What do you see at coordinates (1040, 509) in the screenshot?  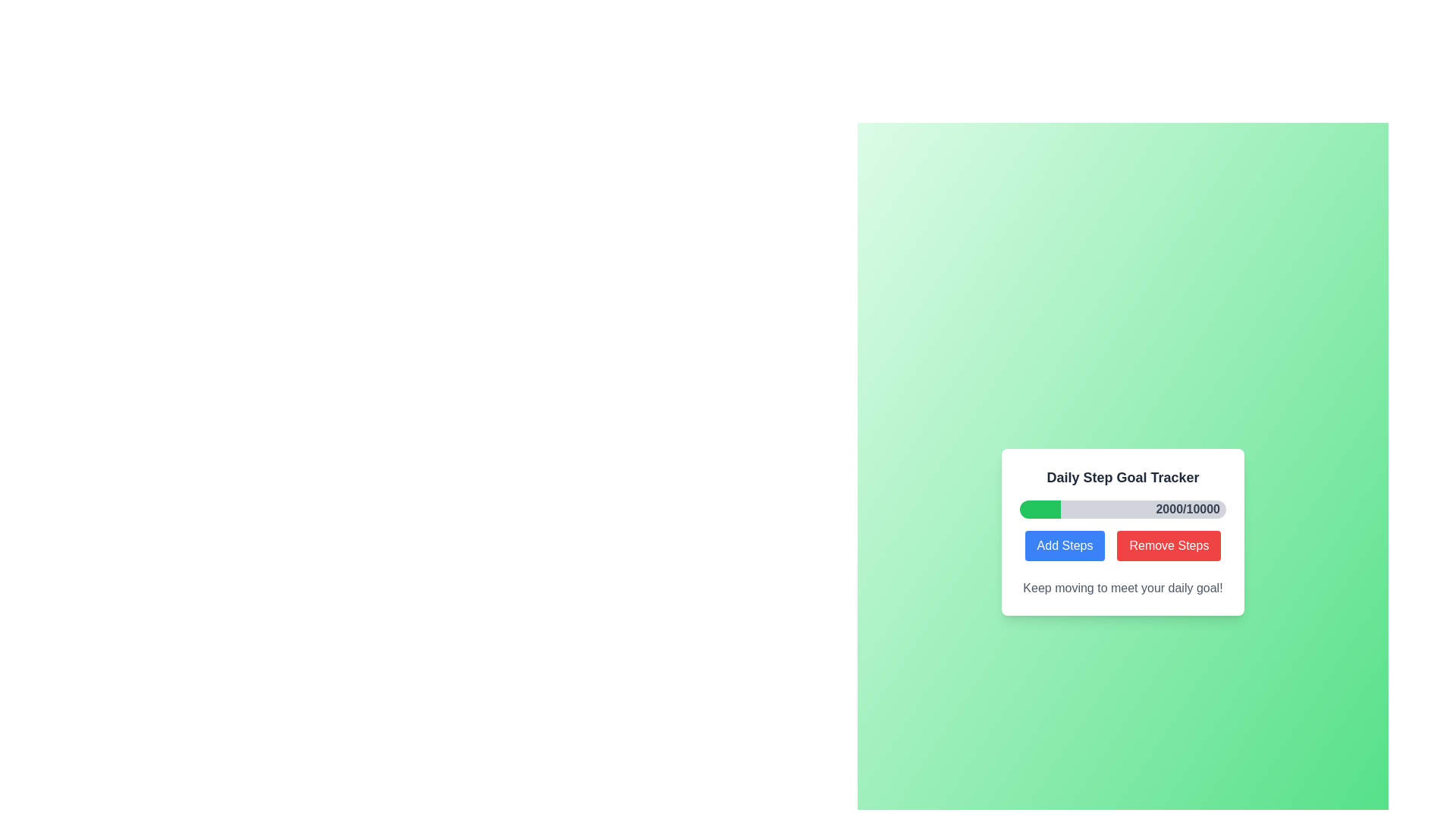 I see `the current width of the progress bar segment which visually indicates 20% of the total goal, positioned to the left of the text '2000/10000'` at bounding box center [1040, 509].